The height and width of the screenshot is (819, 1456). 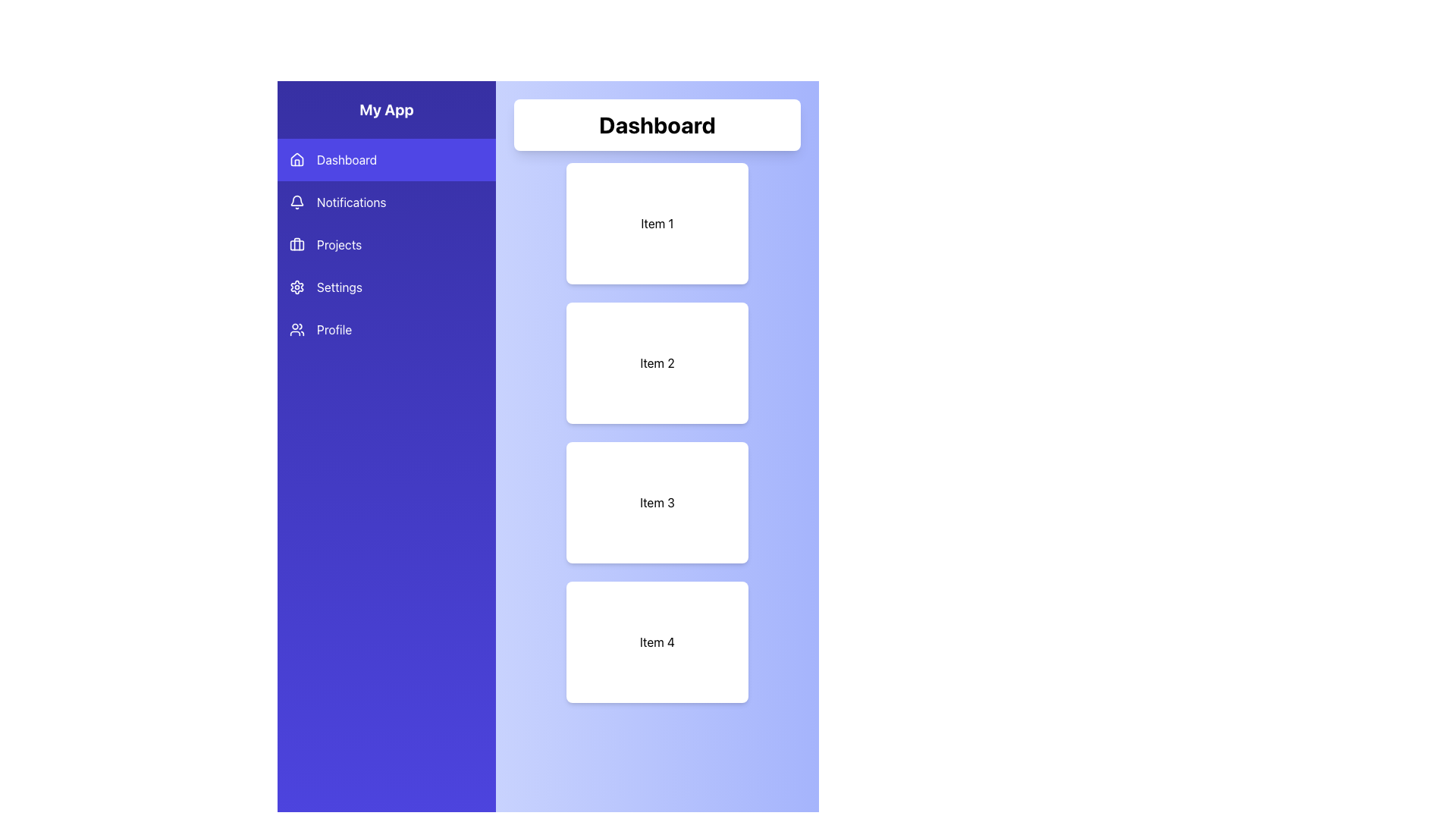 I want to click on the 'Profile' text label in the sidebar navigation menu, so click(x=334, y=329).